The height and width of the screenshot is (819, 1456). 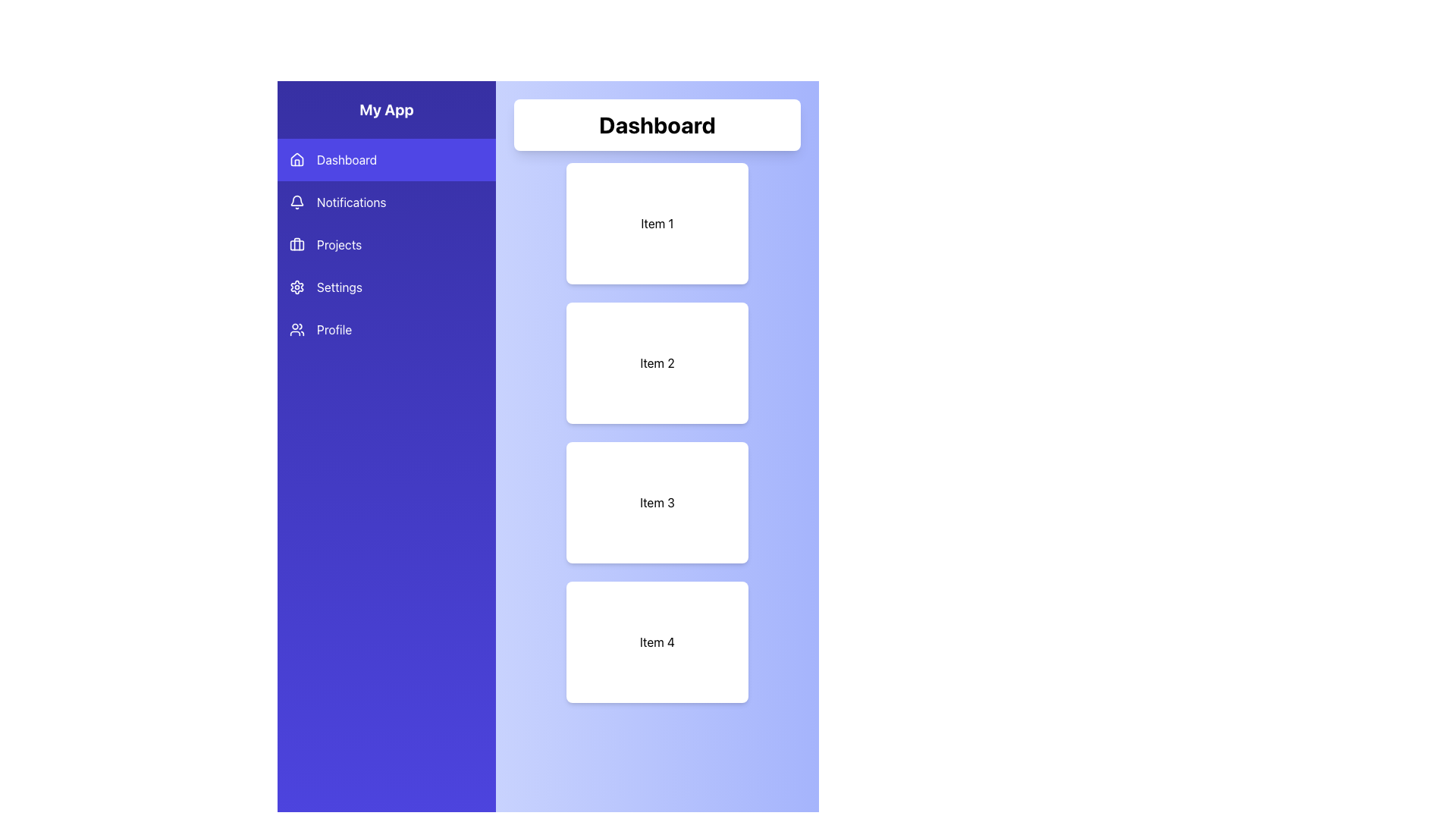 I want to click on the 'Profile' text label in the sidebar navigation menu, so click(x=334, y=329).